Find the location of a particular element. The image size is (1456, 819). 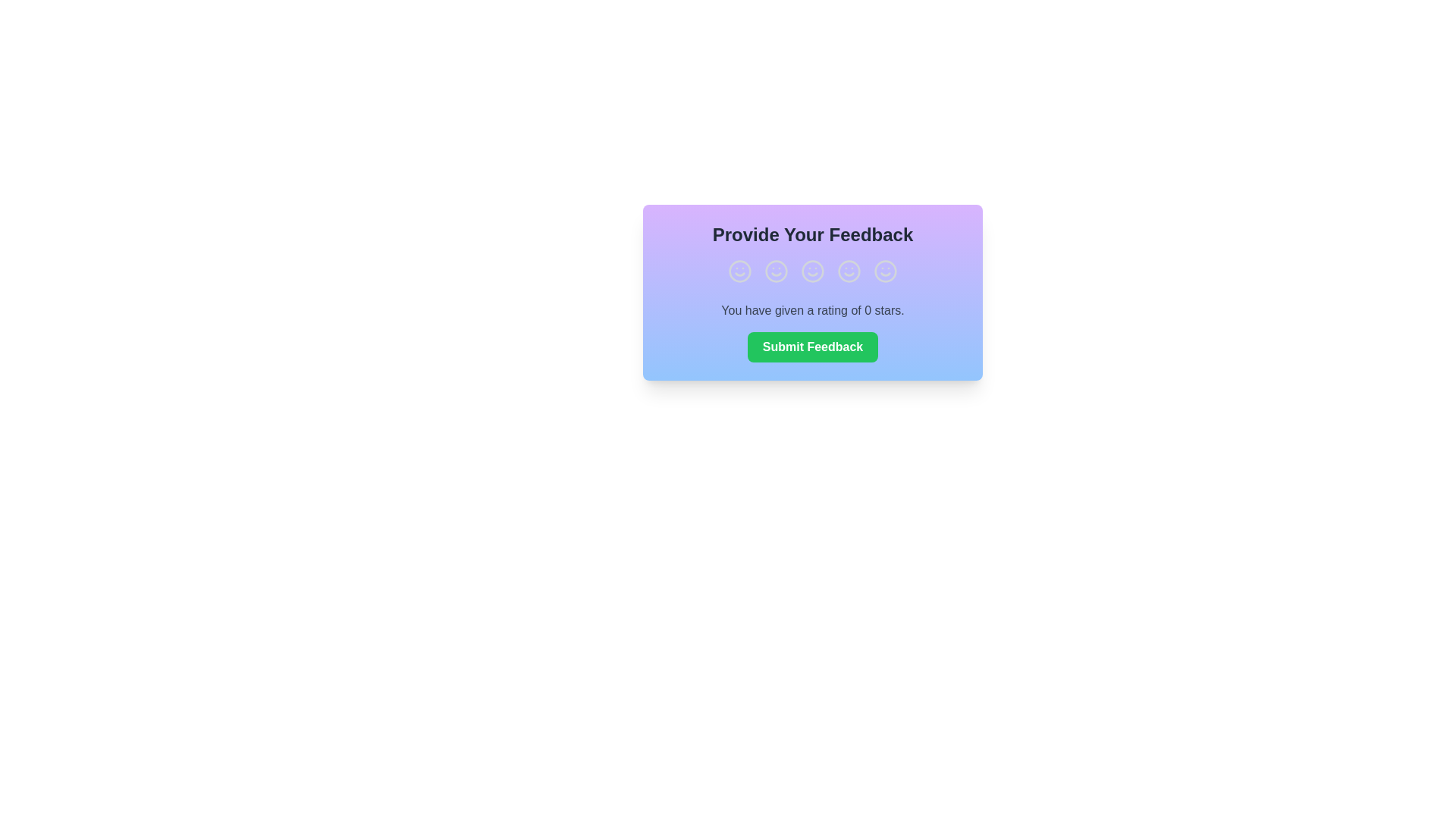

the smiley face corresponding to a rating of 5 is located at coordinates (885, 271).